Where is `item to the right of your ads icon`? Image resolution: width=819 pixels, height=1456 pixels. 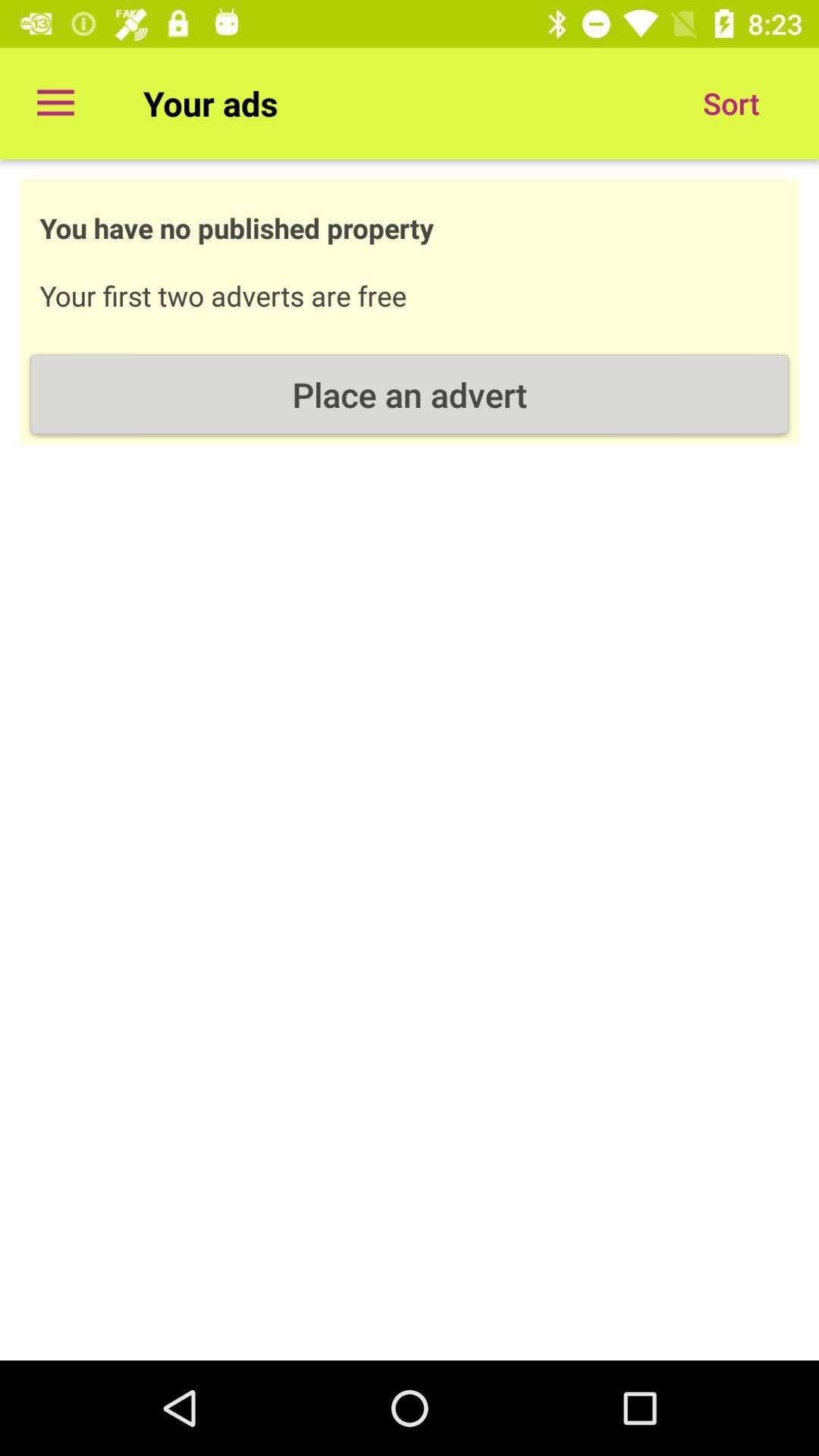
item to the right of your ads icon is located at coordinates (730, 102).